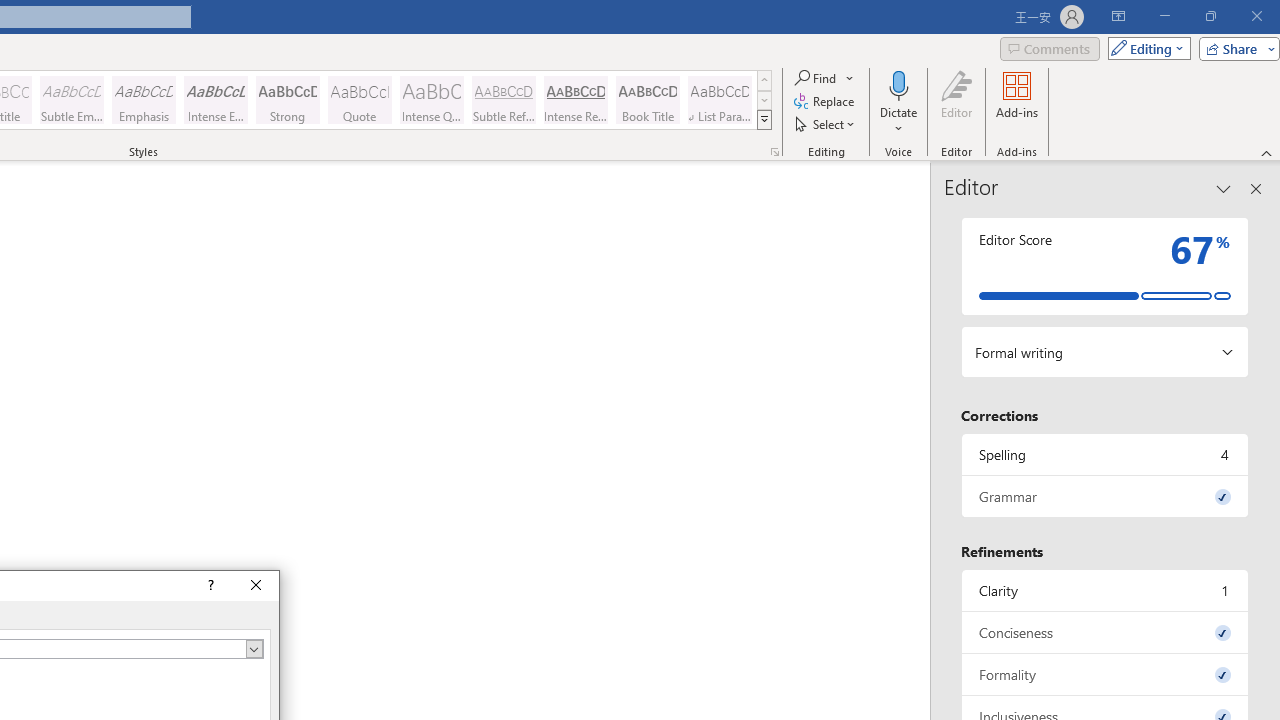 Image resolution: width=1280 pixels, height=720 pixels. I want to click on 'Intense Emphasis', so click(216, 100).